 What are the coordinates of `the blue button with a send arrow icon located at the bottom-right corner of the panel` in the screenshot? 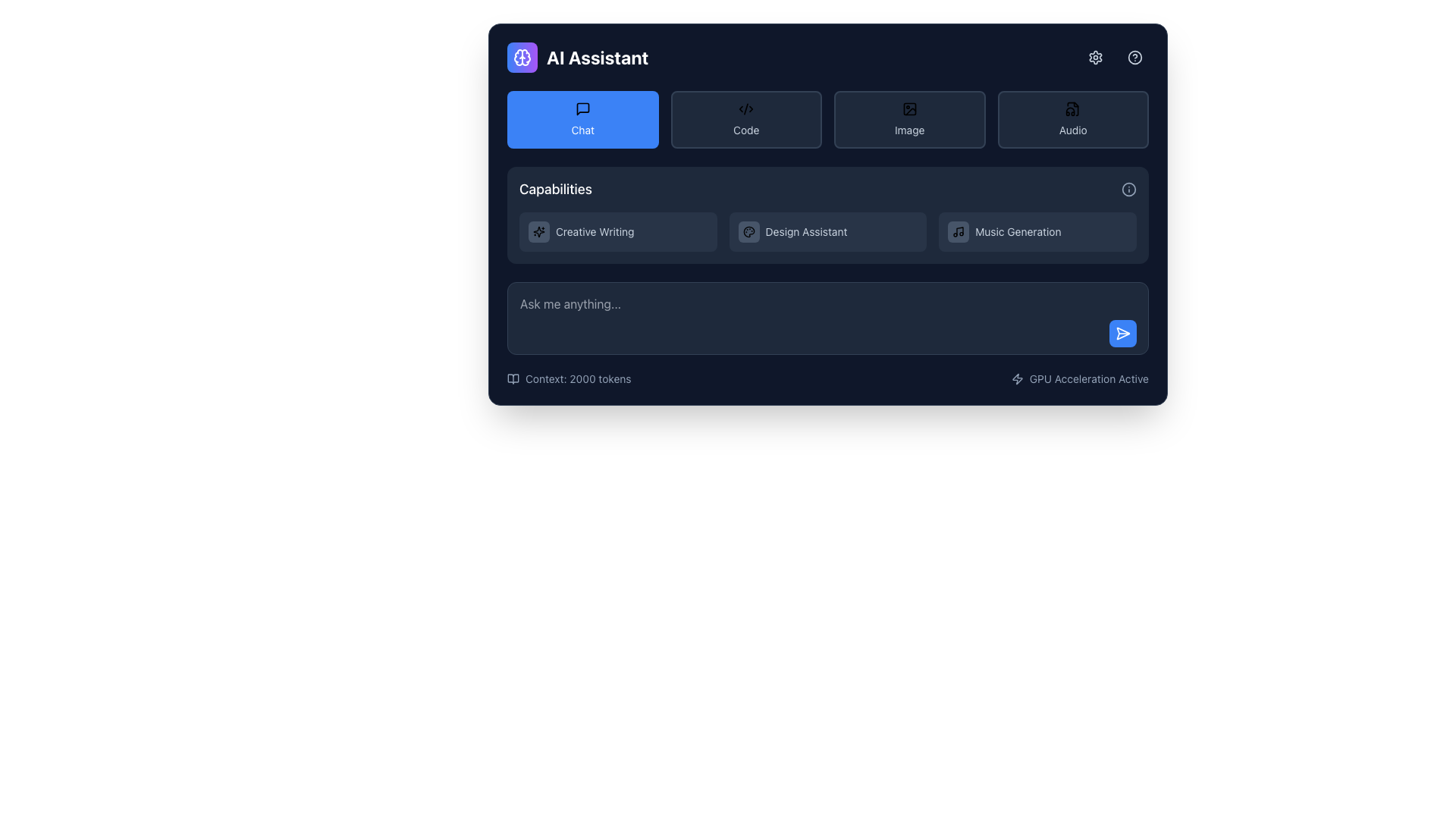 It's located at (1123, 332).